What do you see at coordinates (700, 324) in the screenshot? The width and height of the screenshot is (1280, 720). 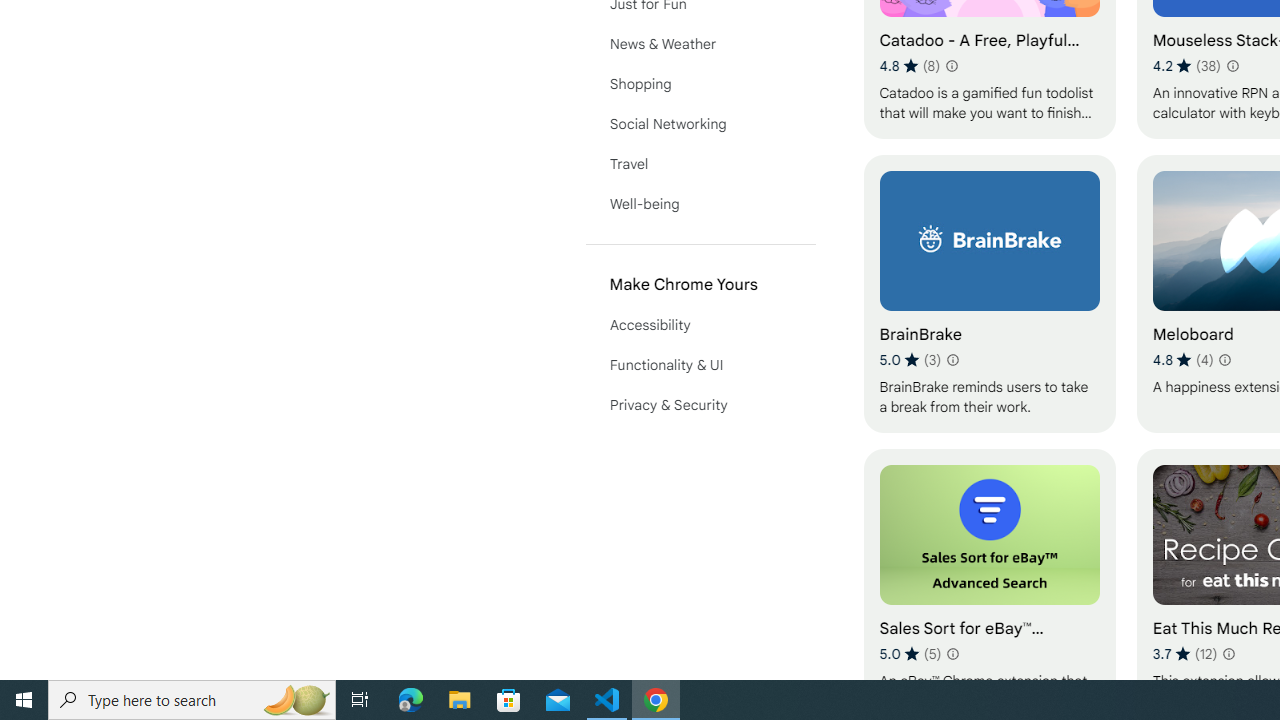 I see `'Accessibility'` at bounding box center [700, 324].